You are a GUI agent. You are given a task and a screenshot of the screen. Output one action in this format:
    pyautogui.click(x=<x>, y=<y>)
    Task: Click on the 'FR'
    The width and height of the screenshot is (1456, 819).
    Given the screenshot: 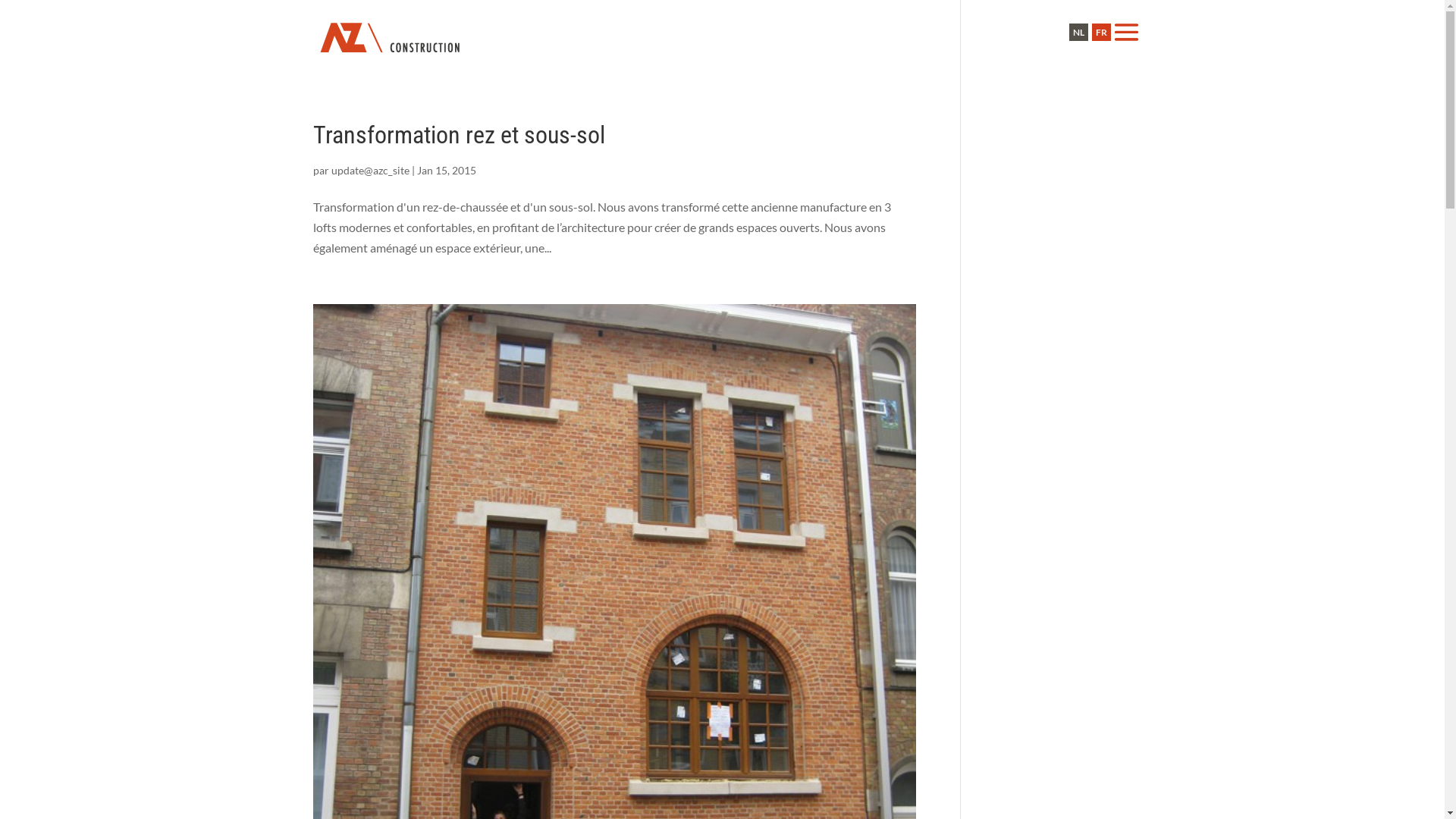 What is the action you would take?
    pyautogui.click(x=1101, y=32)
    